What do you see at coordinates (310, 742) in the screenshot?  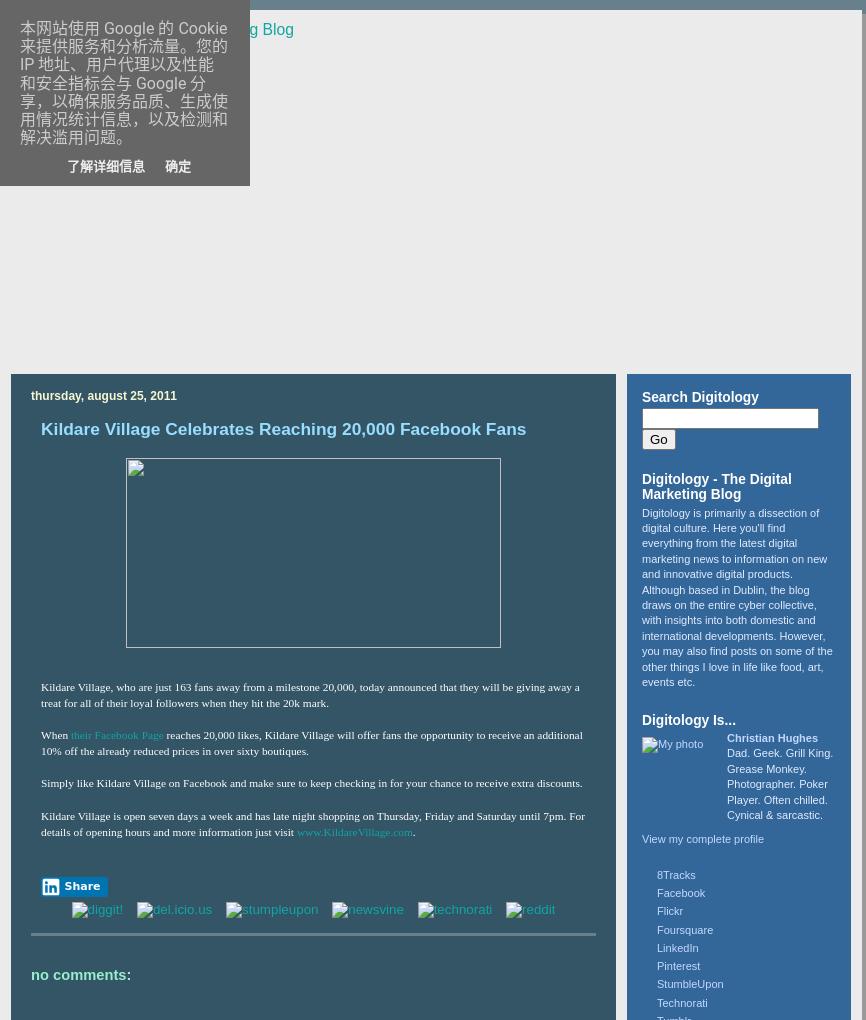 I see `'reaches 20,000 likes, Kildare Village will offer fans the opportunity to receive an additional 10% off the already reduced prices in over sixty boutiques.'` at bounding box center [310, 742].